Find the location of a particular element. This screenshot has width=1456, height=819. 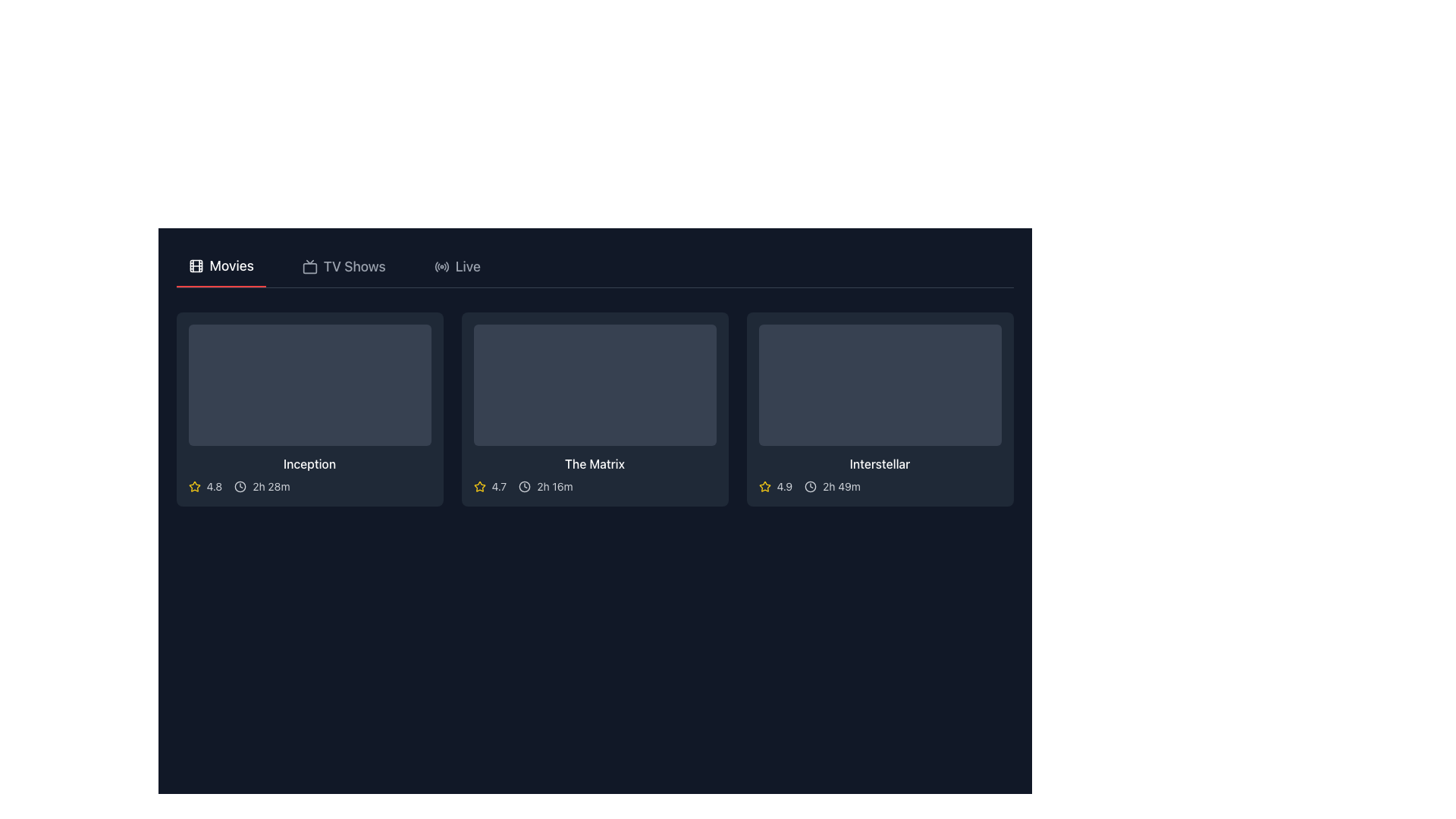

the informational text label that displays the duration of the movie, located at the bottom section of the first movie card, to the right of the clock icon is located at coordinates (271, 486).